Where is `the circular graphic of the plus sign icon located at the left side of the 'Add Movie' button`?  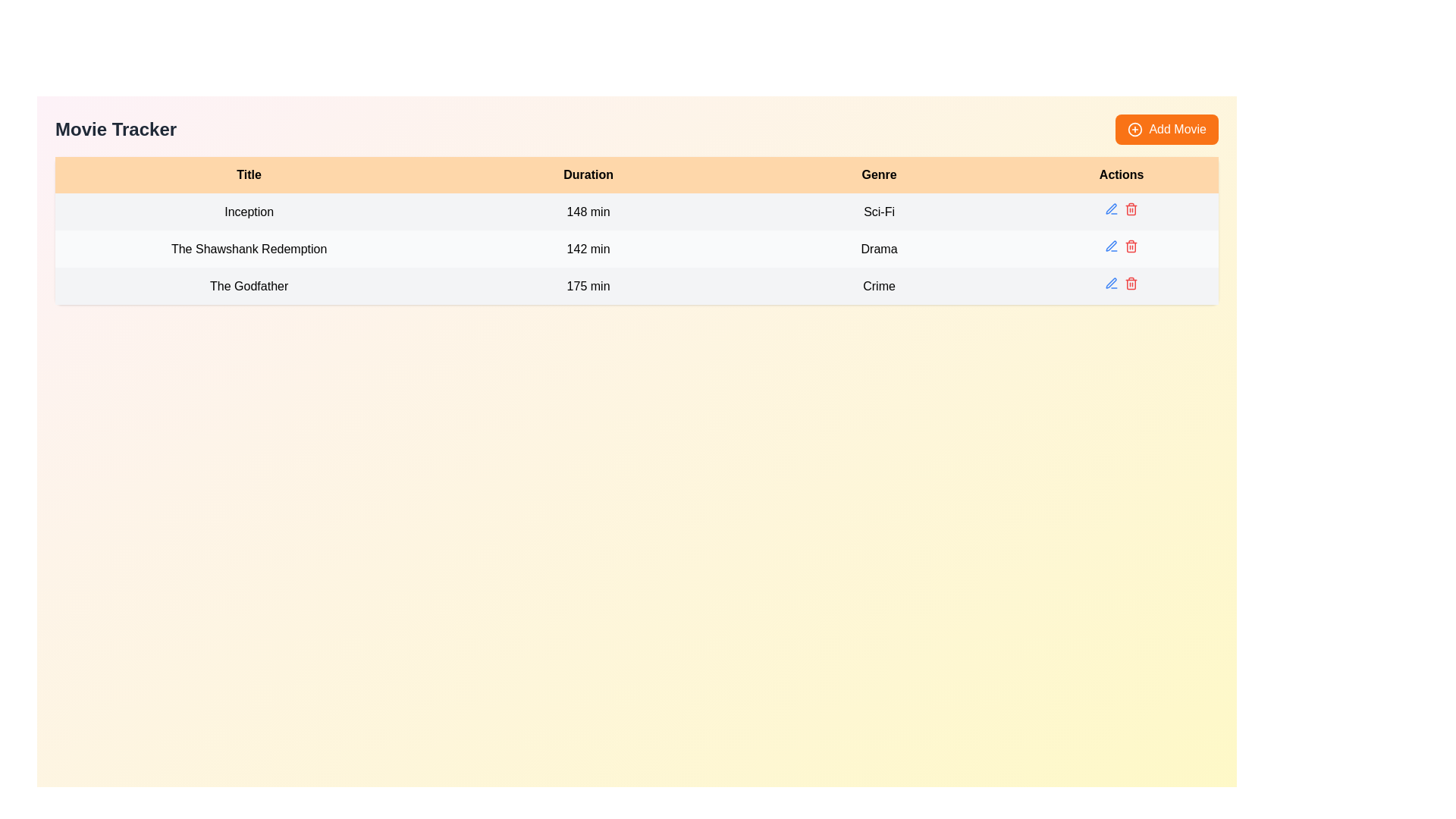 the circular graphic of the plus sign icon located at the left side of the 'Add Movie' button is located at coordinates (1135, 128).